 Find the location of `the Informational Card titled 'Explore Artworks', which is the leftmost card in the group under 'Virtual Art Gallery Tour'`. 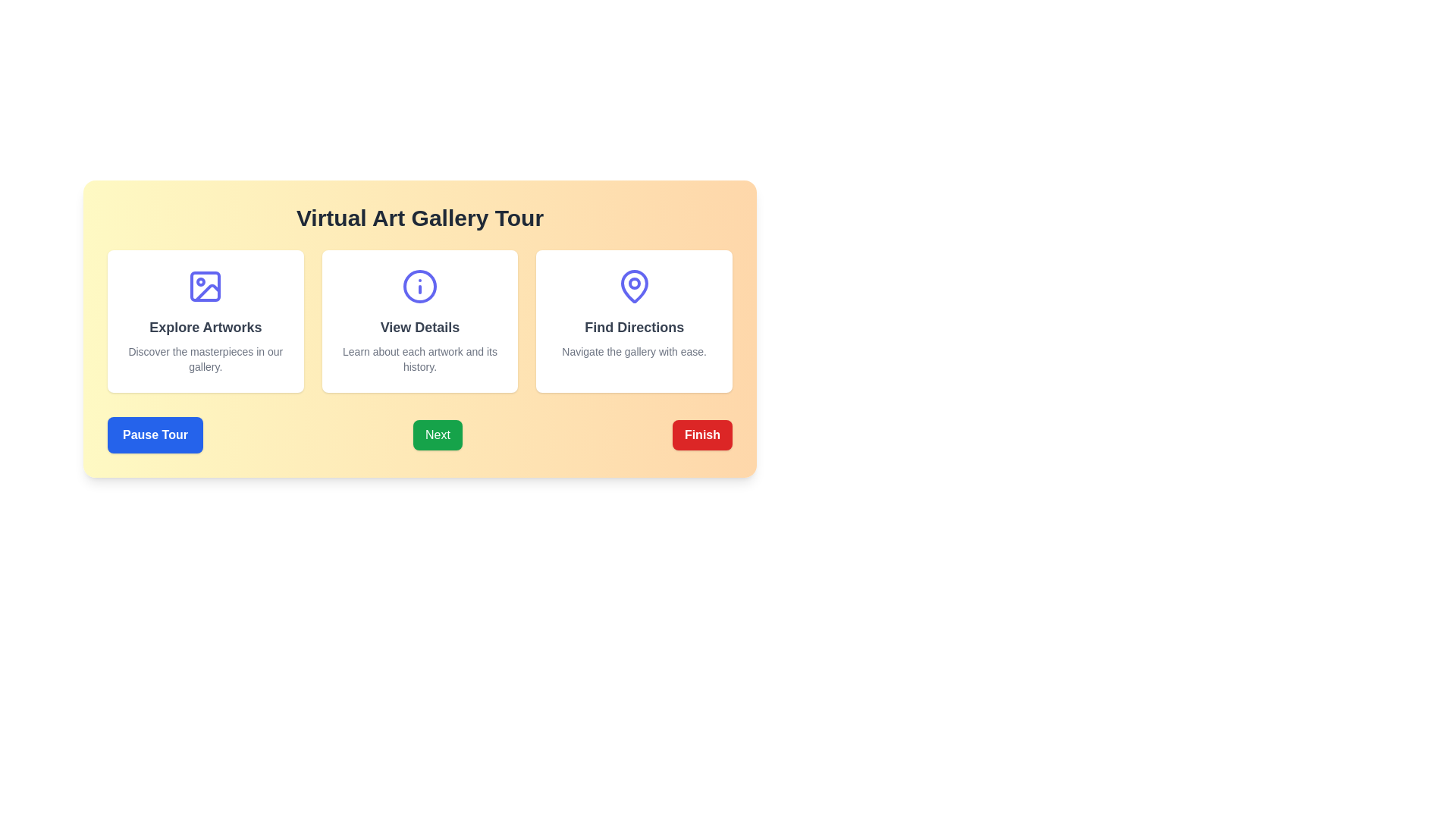

the Informational Card titled 'Explore Artworks', which is the leftmost card in the group under 'Virtual Art Gallery Tour' is located at coordinates (205, 321).